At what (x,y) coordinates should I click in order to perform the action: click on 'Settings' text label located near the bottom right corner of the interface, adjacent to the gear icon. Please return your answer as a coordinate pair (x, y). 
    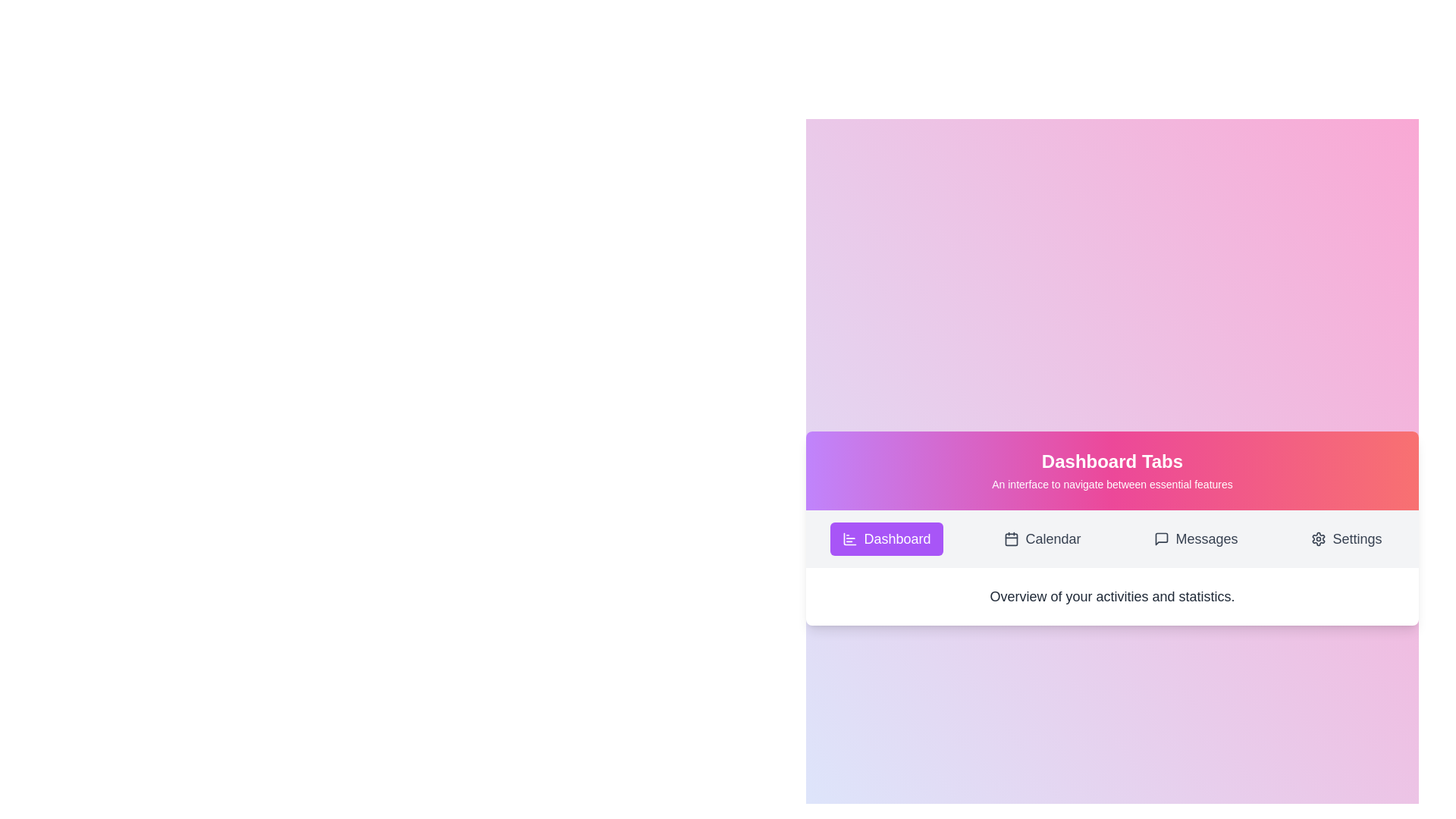
    Looking at the image, I should click on (1357, 538).